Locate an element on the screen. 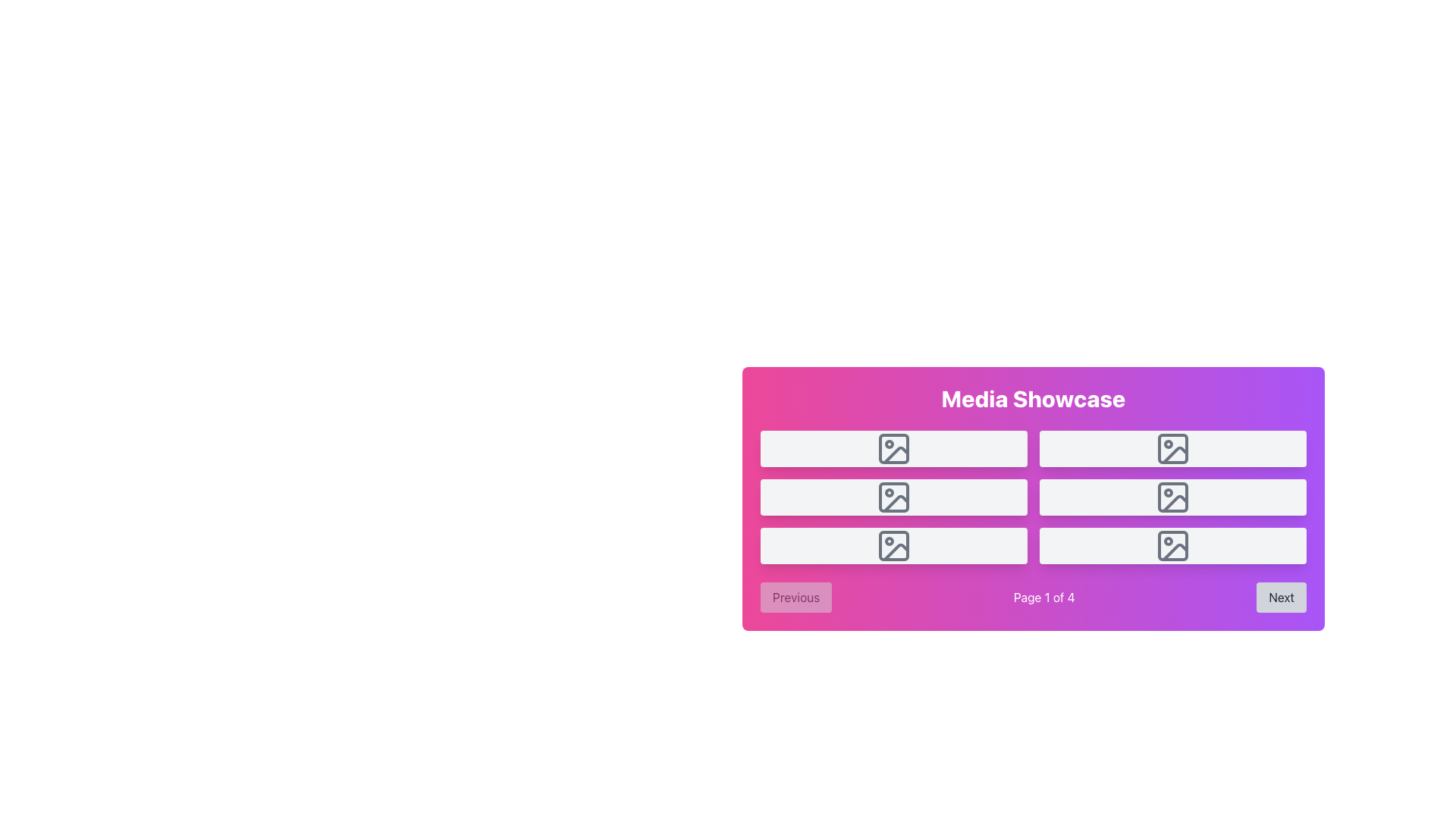 This screenshot has width=1456, height=819. the image placeholder SVG icon located in the 'Media Showcase' section, specifically in the second row and left column of the grid is located at coordinates (894, 497).